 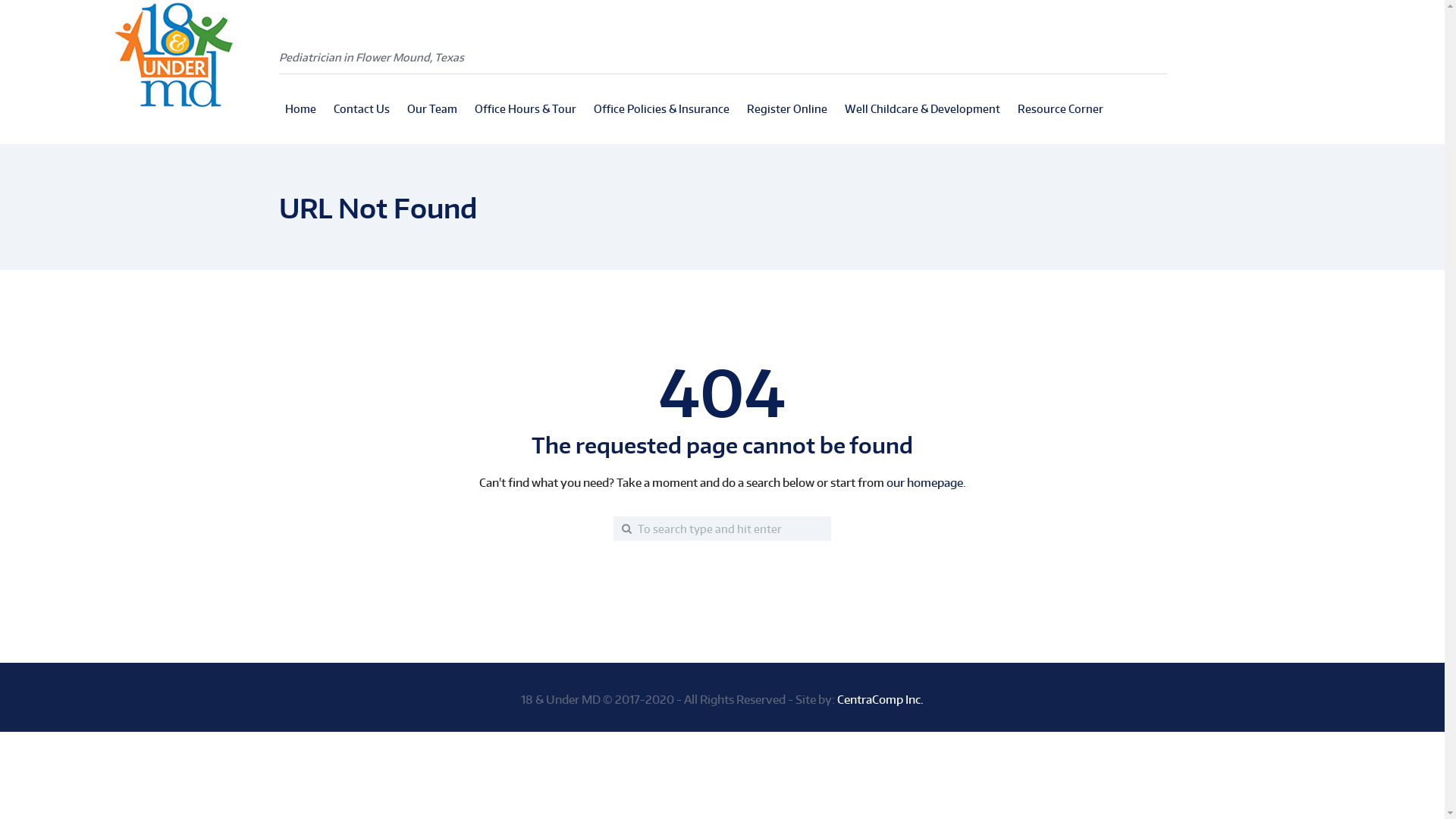 I want to click on 'Pediatrician in Flower Mound, Texas', so click(x=279, y=45).